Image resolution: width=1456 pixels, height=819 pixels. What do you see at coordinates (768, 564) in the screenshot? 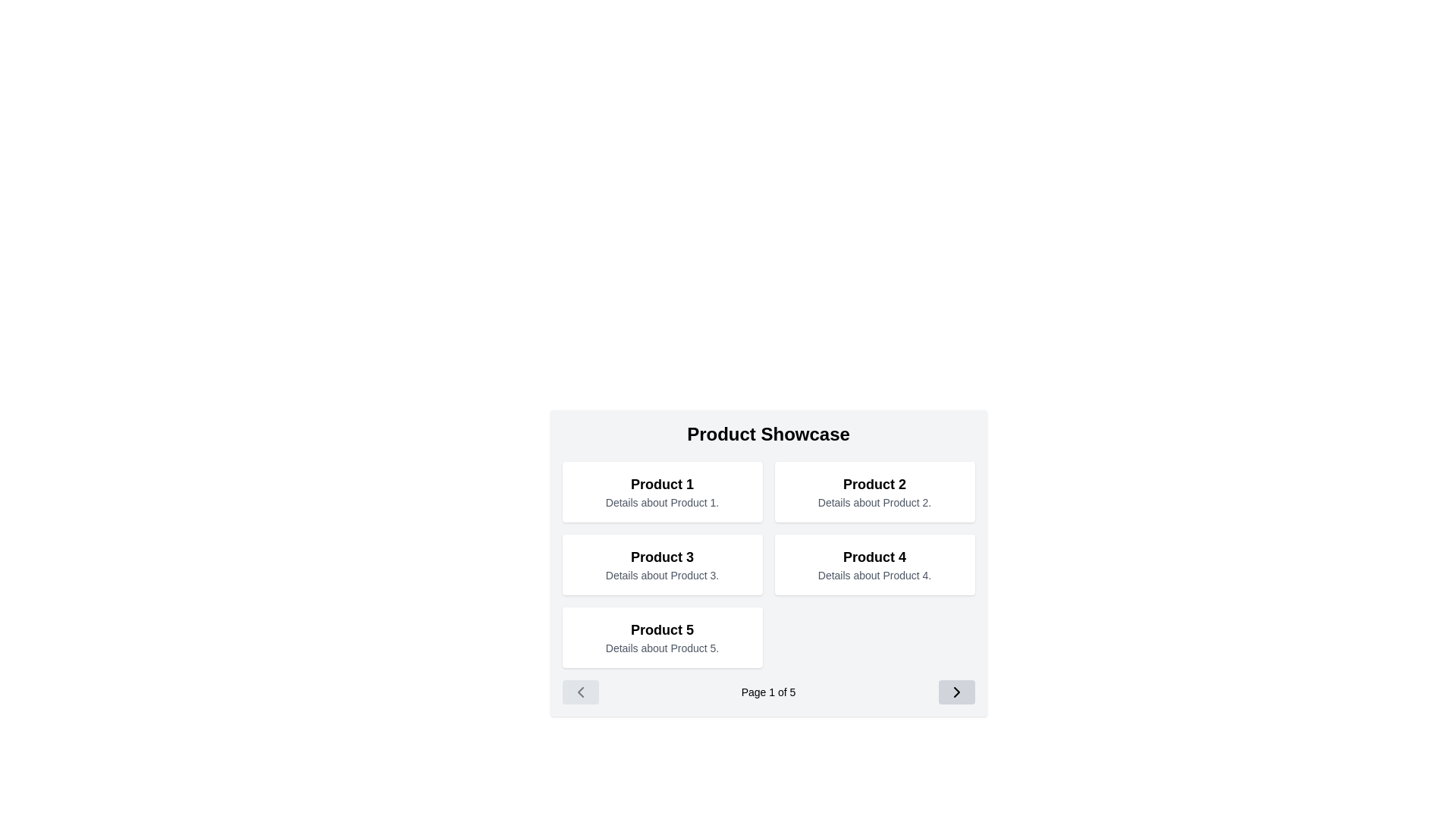
I see `a product card within the Grid displaying product cards` at bounding box center [768, 564].